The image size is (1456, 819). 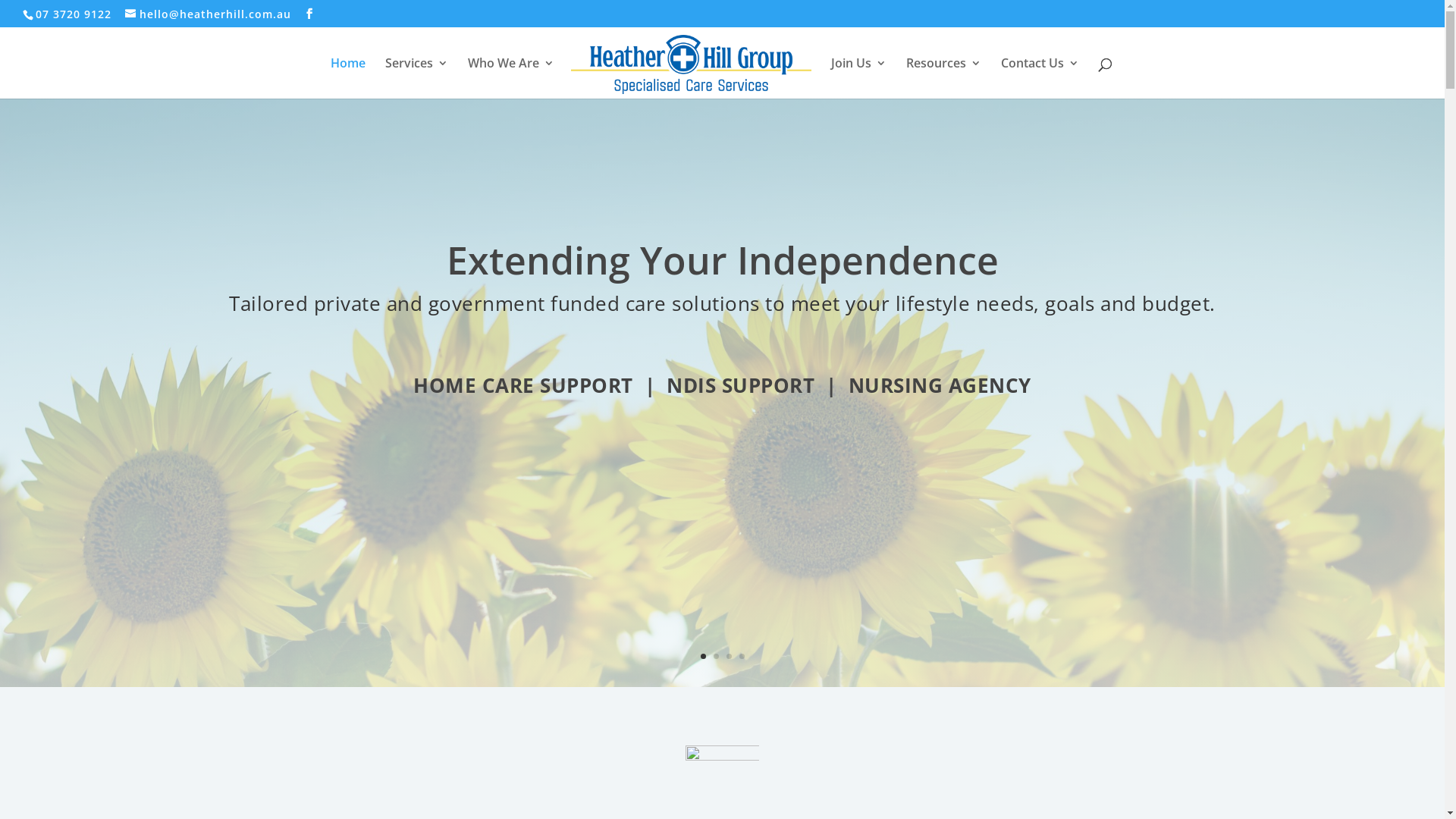 I want to click on 'Home', so click(x=347, y=78).